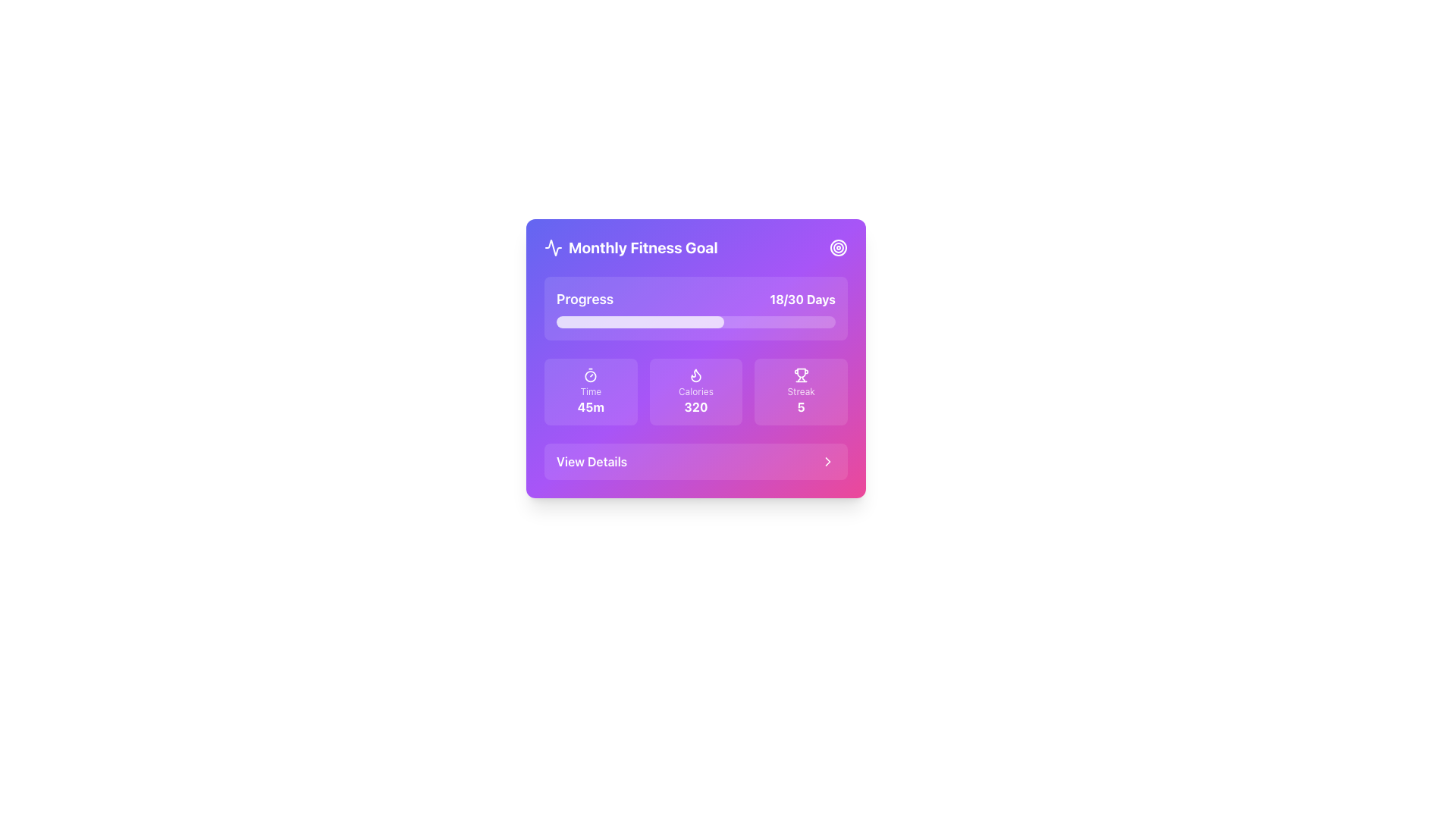  Describe the element at coordinates (591, 461) in the screenshot. I see `the 'View Details' text within the button to initiate navigation or action` at that location.